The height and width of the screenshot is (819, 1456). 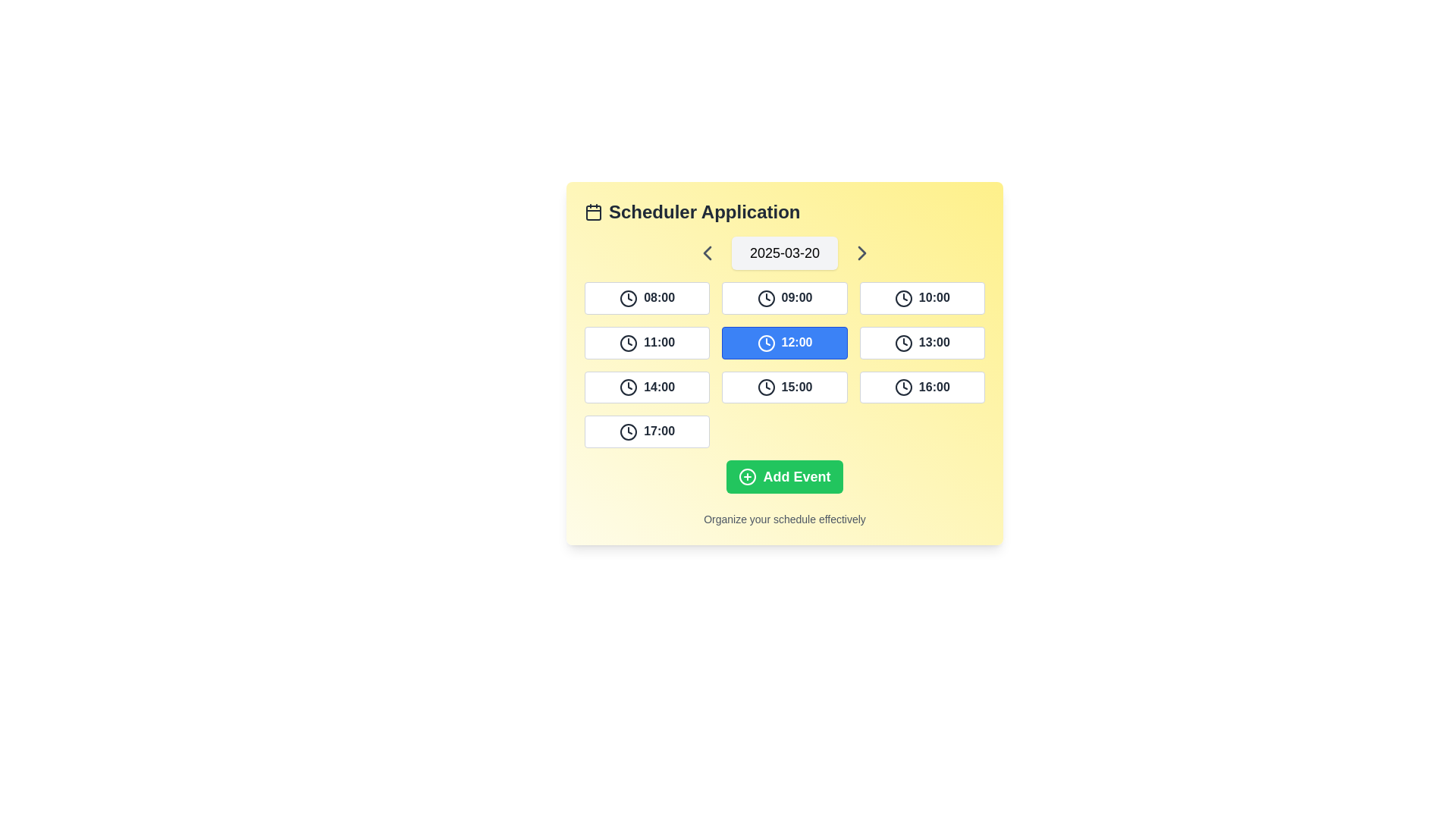 I want to click on the circular icon with a plus sign in its center, which is enclosed within a green circular outline, located at the center of the 'Add Event' button in the scheduler interface, so click(x=748, y=476).